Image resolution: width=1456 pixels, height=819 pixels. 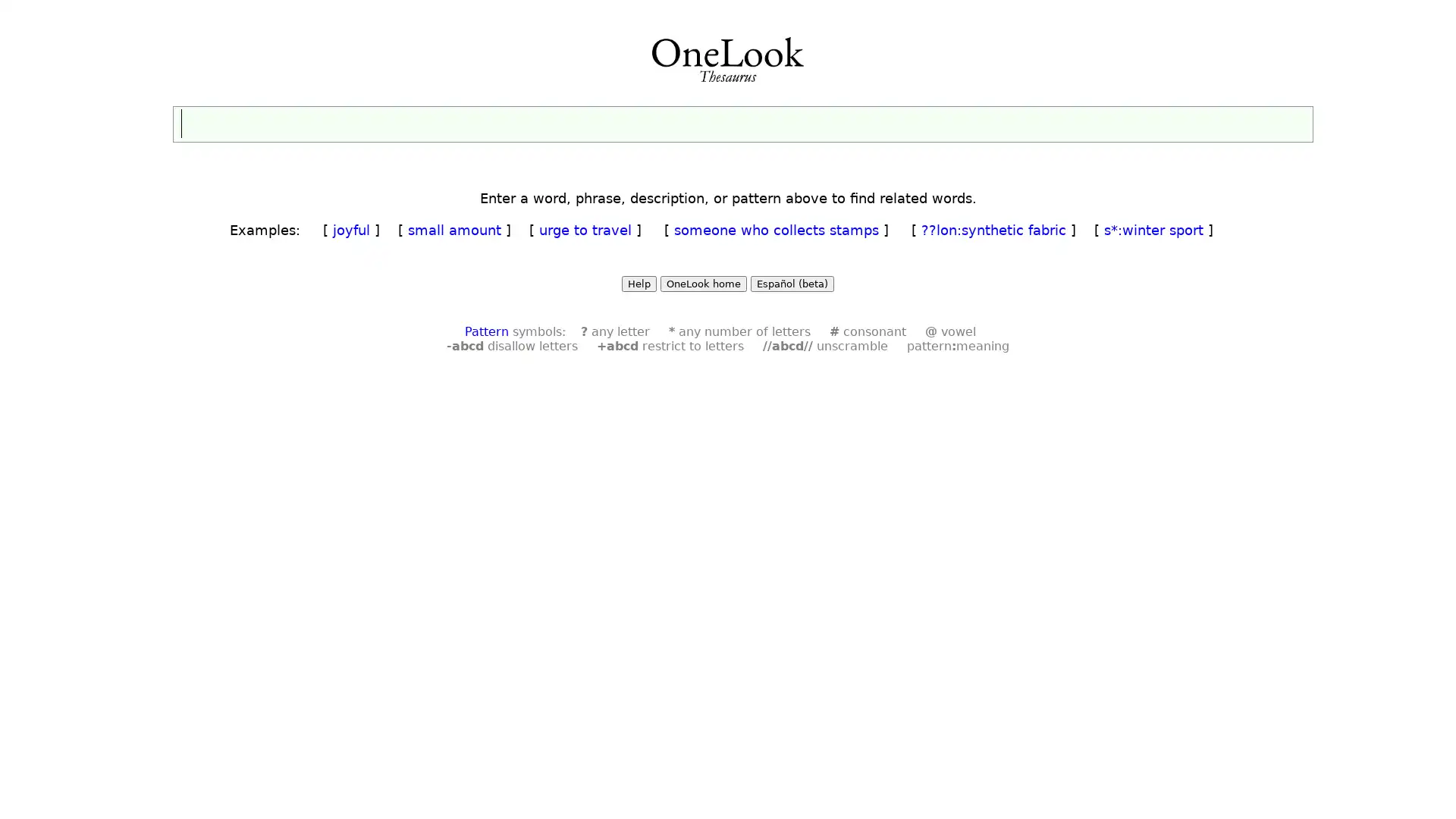 What do you see at coordinates (639, 284) in the screenshot?
I see `Help` at bounding box center [639, 284].